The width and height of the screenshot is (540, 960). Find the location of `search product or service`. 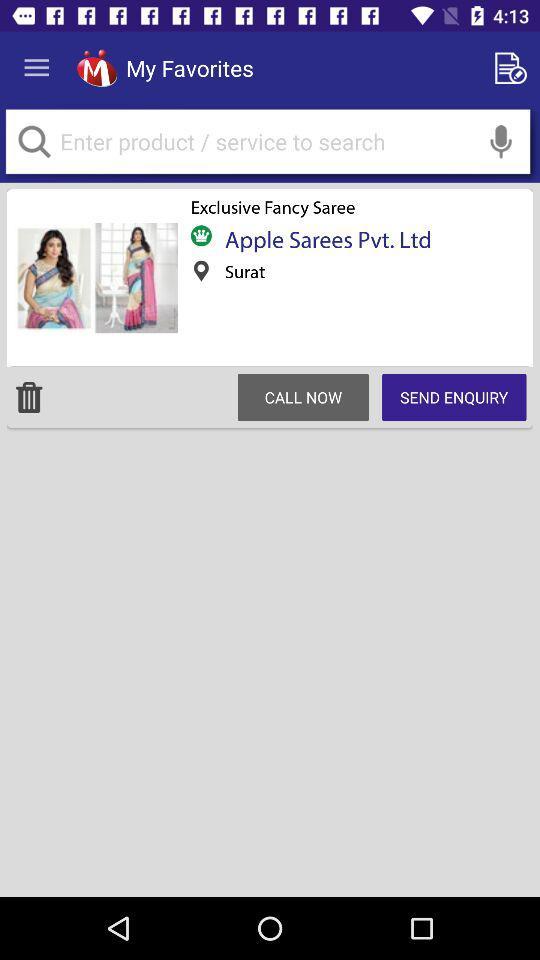

search product or service is located at coordinates (267, 140).